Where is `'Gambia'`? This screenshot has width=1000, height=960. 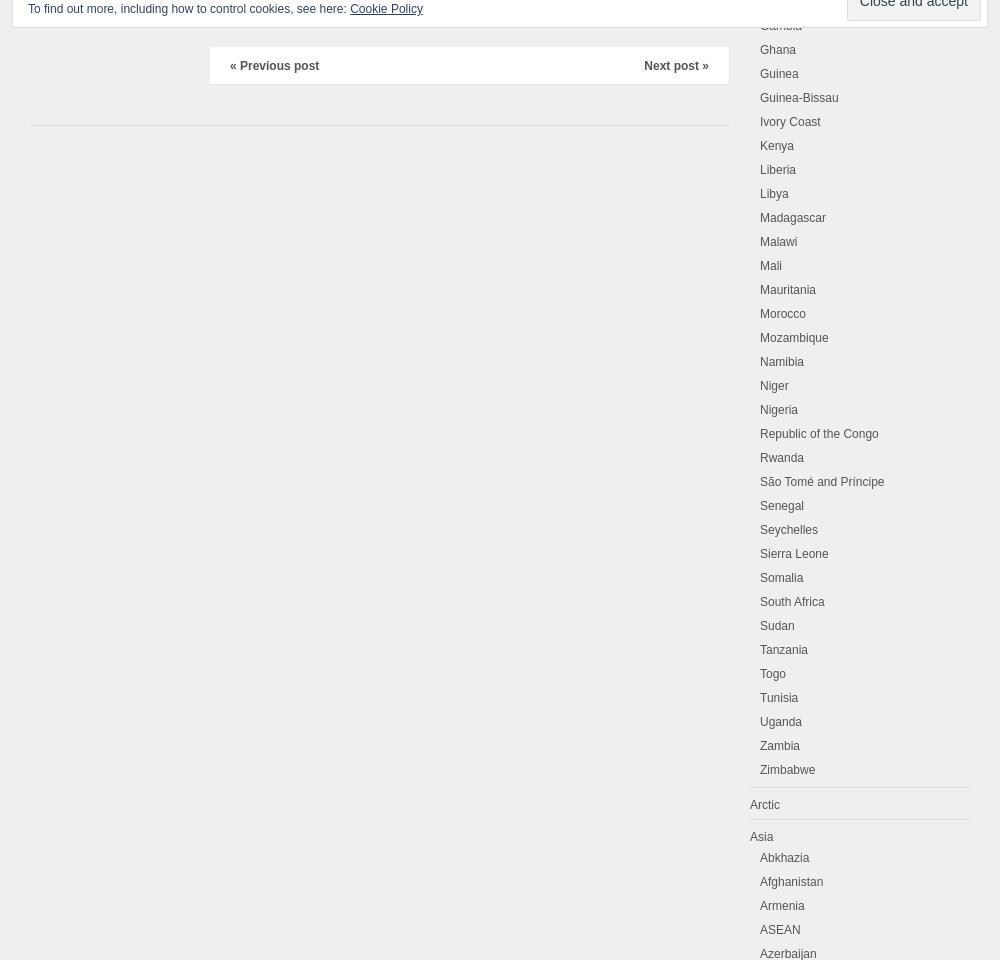
'Gambia' is located at coordinates (781, 25).